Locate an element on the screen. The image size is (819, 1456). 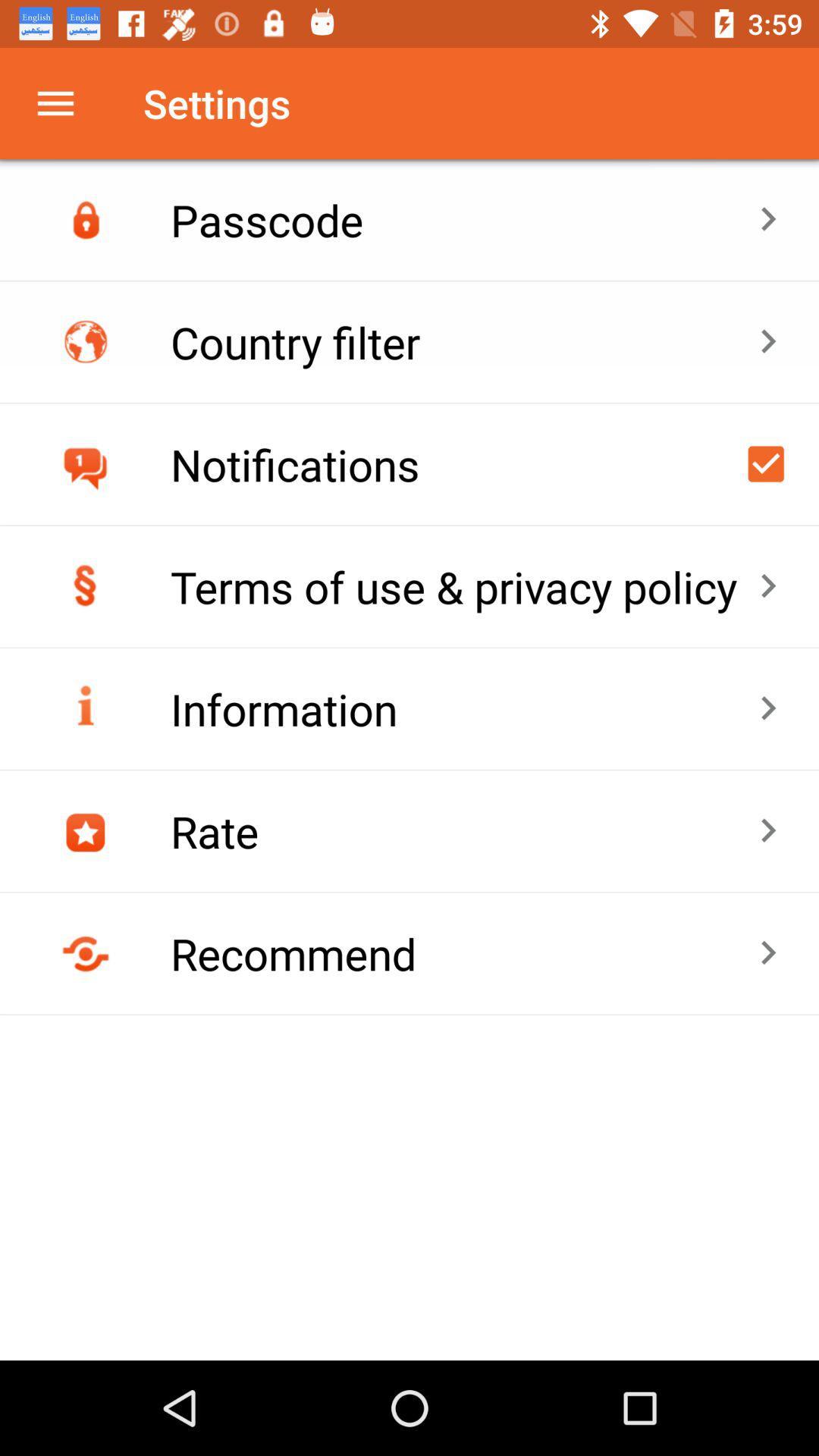
right click option is located at coordinates (766, 463).